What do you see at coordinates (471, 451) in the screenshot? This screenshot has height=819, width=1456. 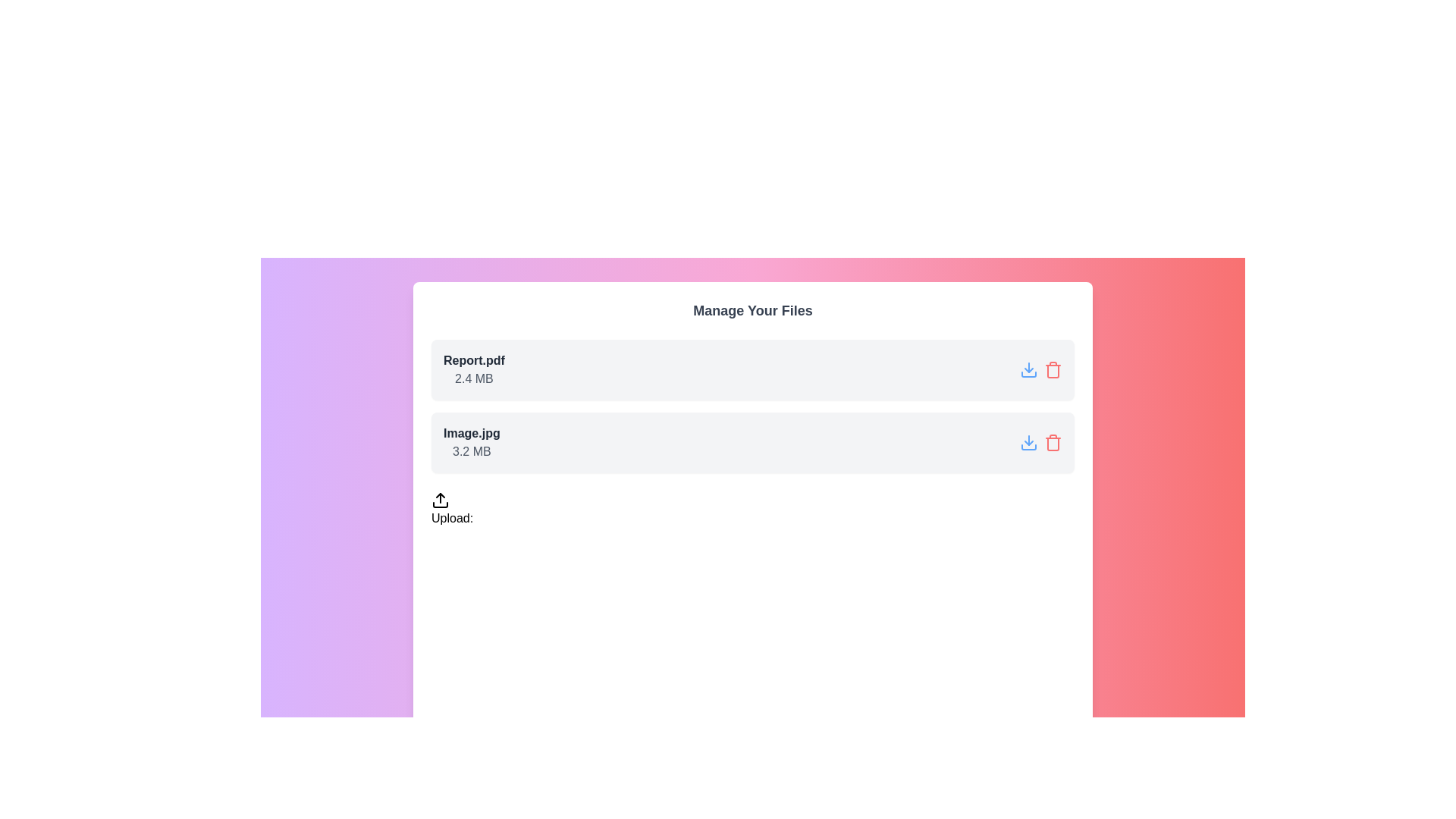 I see `the text label displaying '3.2 MB', which is styled with subdued text and indicates the file size below 'Image.jpg'` at bounding box center [471, 451].